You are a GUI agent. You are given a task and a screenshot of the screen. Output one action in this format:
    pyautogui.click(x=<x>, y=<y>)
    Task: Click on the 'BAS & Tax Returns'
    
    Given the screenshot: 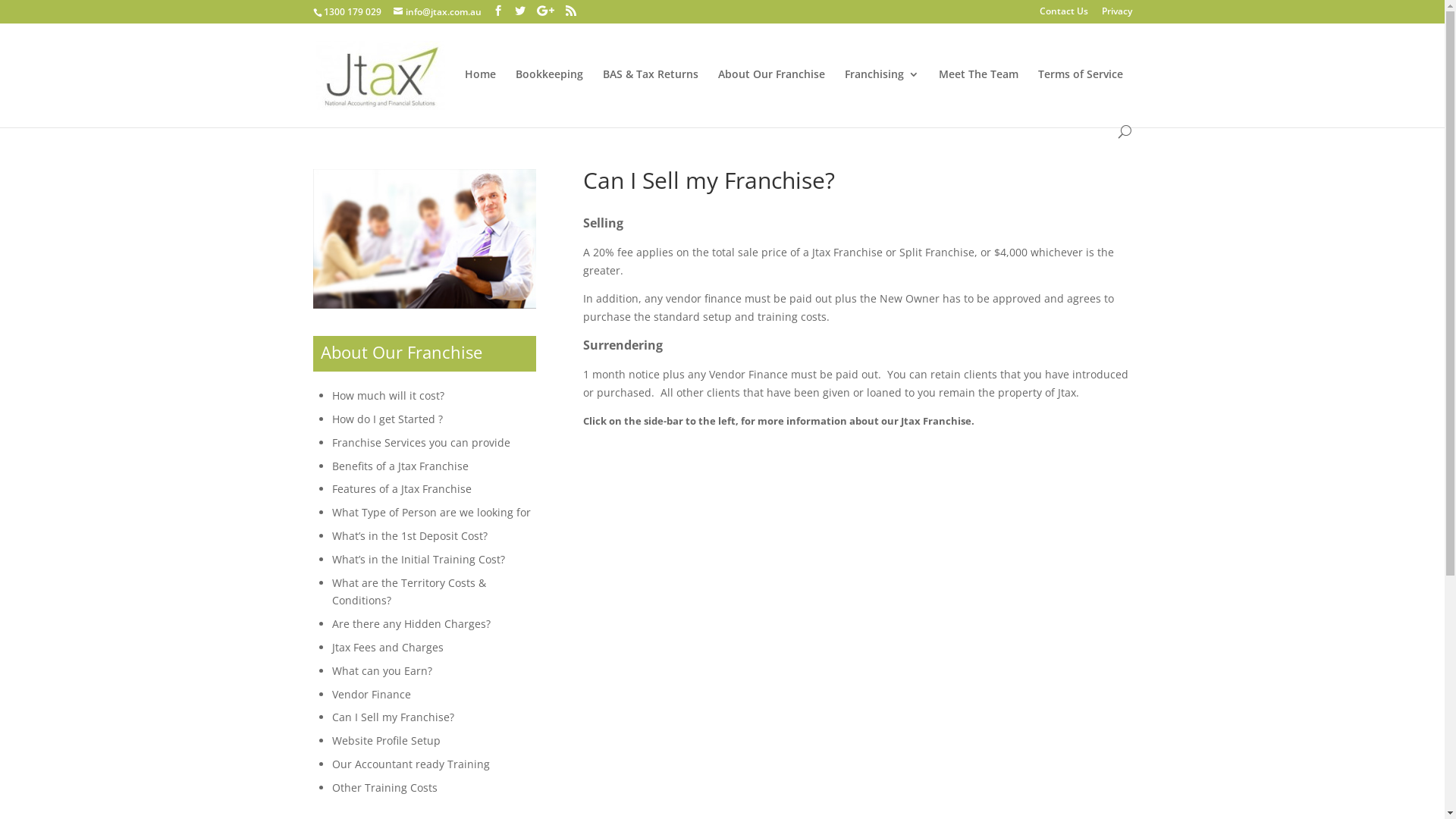 What is the action you would take?
    pyautogui.click(x=601, y=96)
    